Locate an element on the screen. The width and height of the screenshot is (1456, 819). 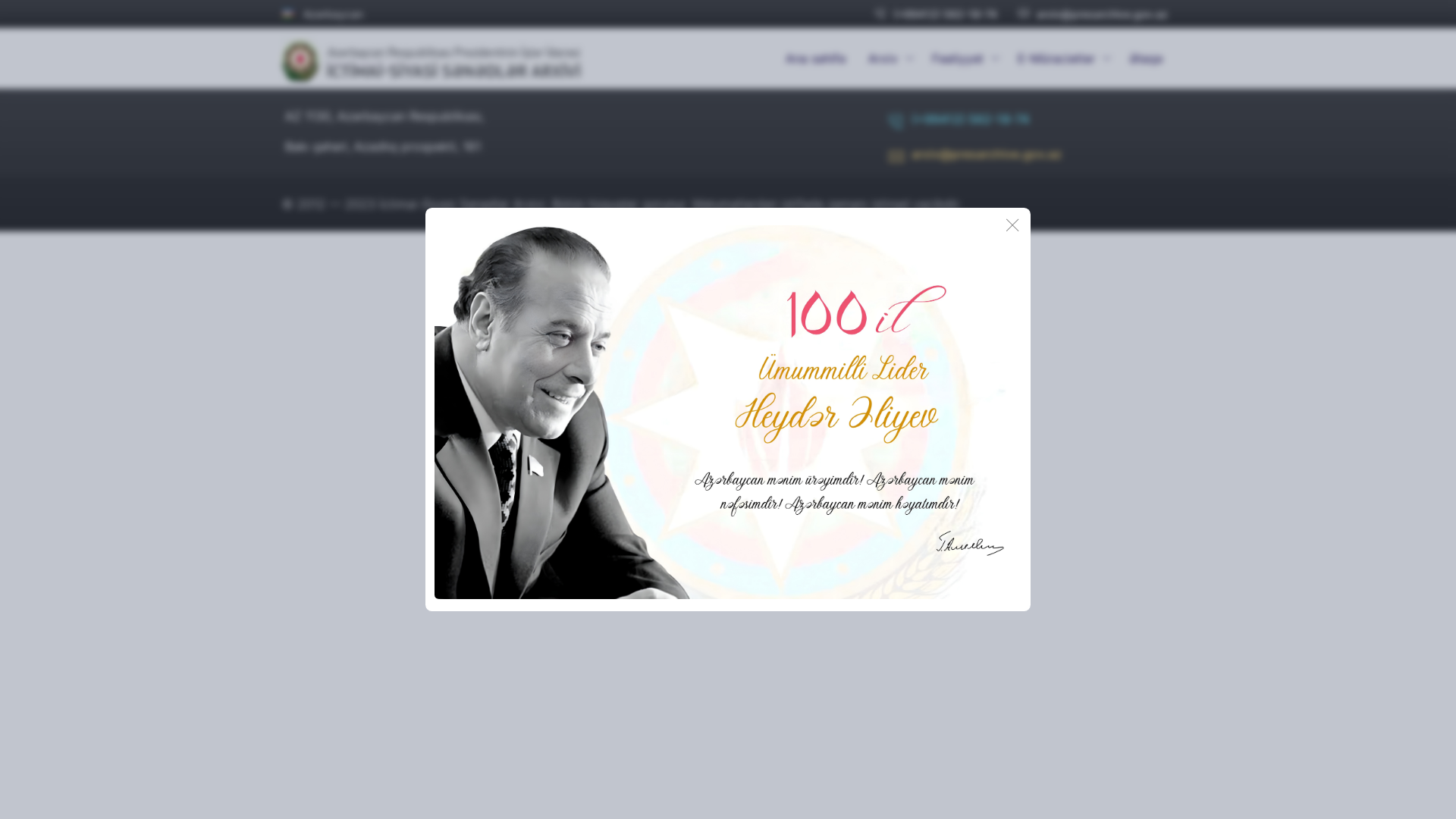
'(+99412) 562-18-74' is located at coordinates (958, 124).